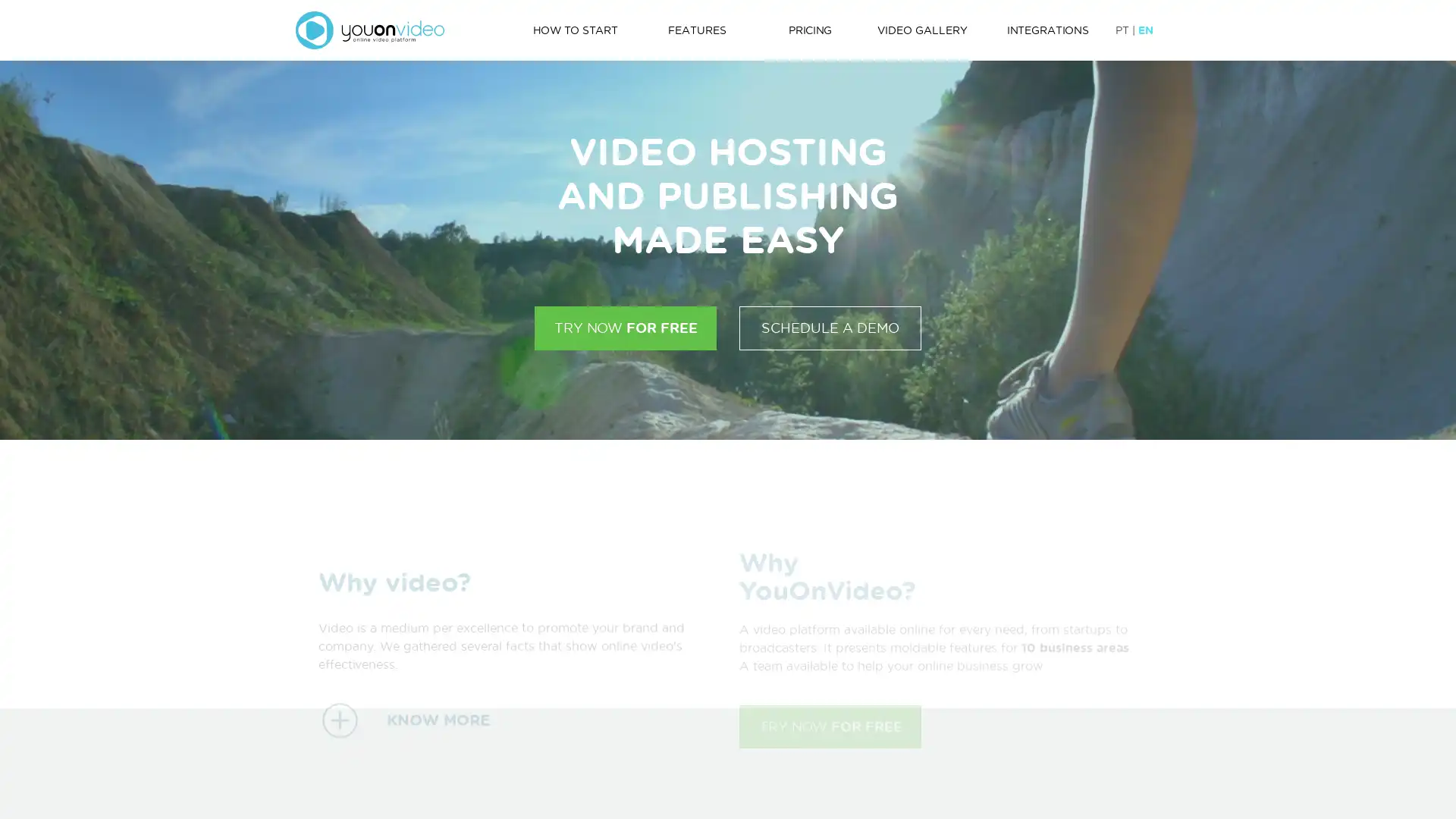 This screenshot has width=1456, height=819. What do you see at coordinates (488, 644) in the screenshot?
I see `KNOW MORE` at bounding box center [488, 644].